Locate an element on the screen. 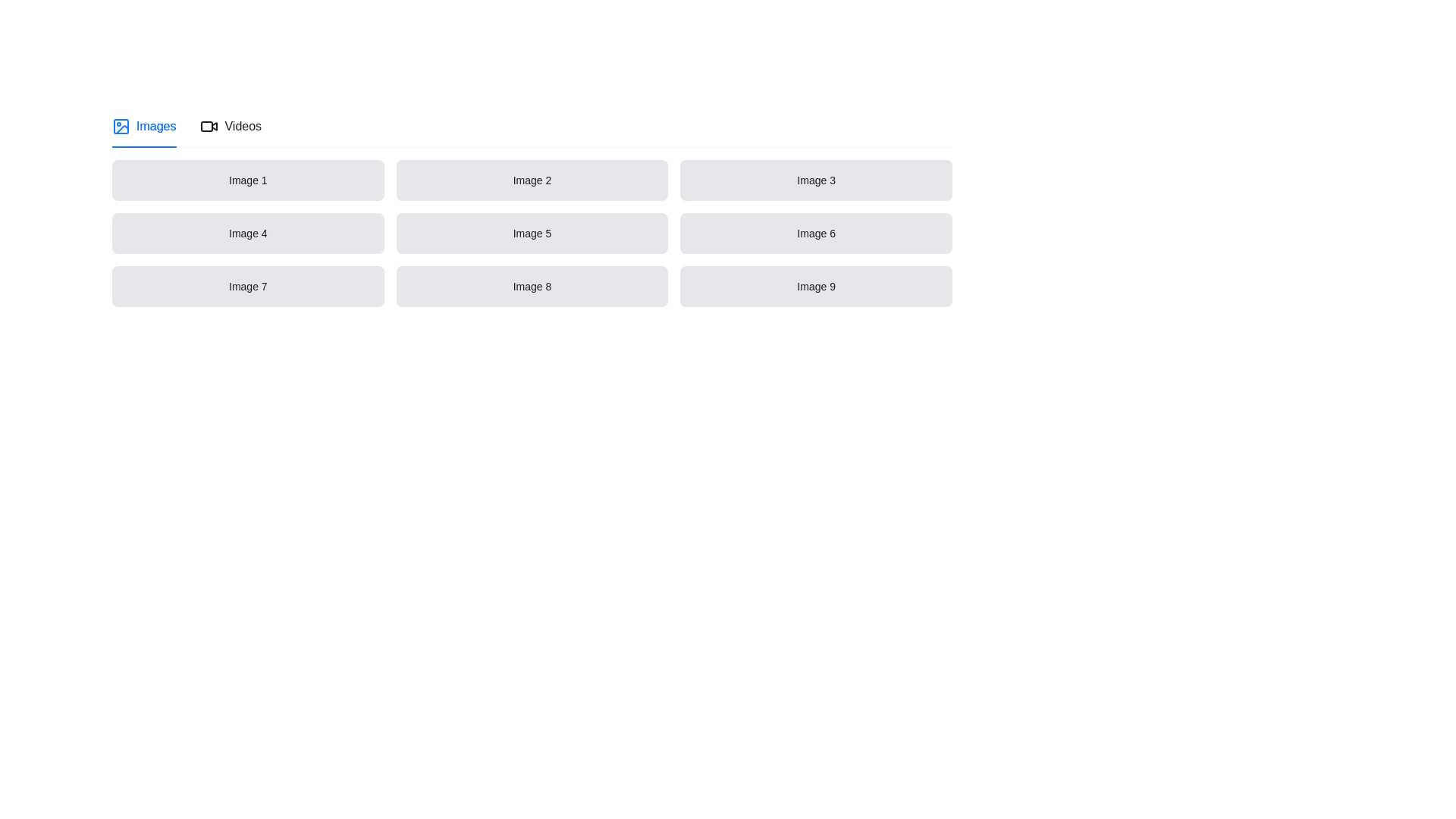  the rounded square SVG vector graphic icon representing the 'Images' section is located at coordinates (120, 124).